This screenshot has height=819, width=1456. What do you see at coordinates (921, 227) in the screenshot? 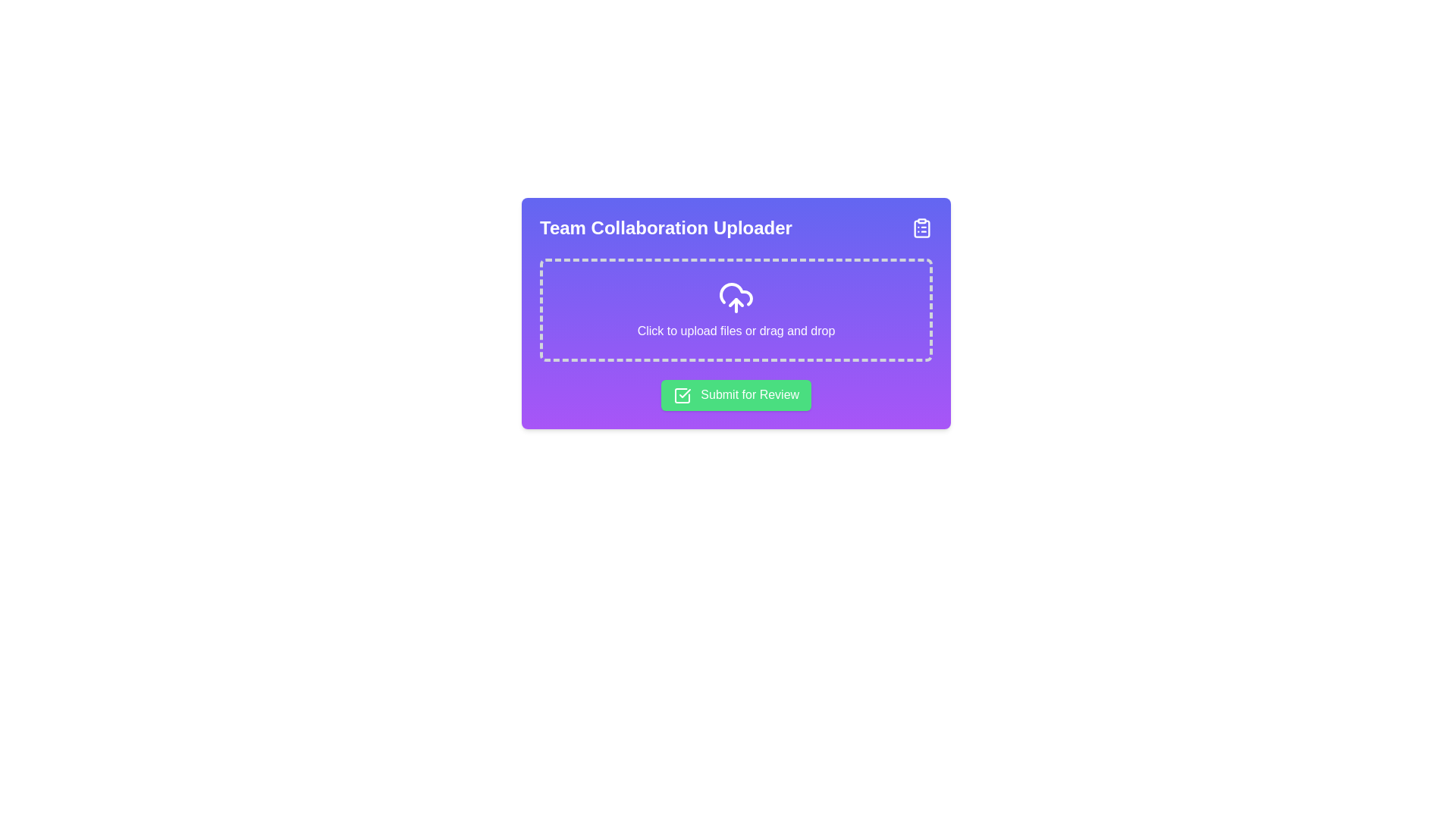
I see `the clipboard checklist icon located in the top-right corner of the 'Team Collaboration Uploader' card, which has a purple gradient background with white lines and dots` at bounding box center [921, 227].